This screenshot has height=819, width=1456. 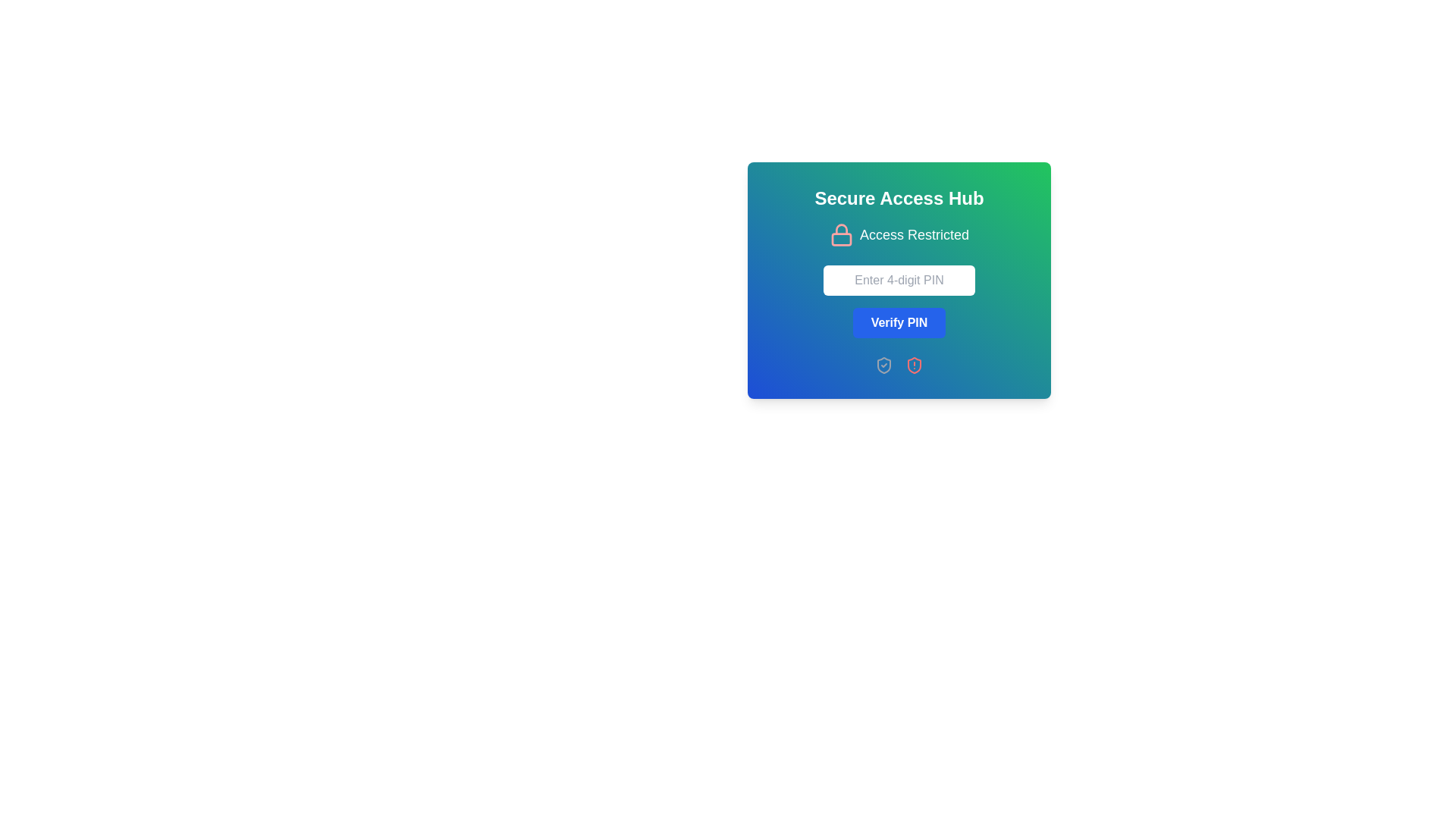 I want to click on the confirmation button for the PIN entry located in the 'Secure Access Hub', positioned below the 'Enter 4-digit PIN' input field, so click(x=899, y=322).